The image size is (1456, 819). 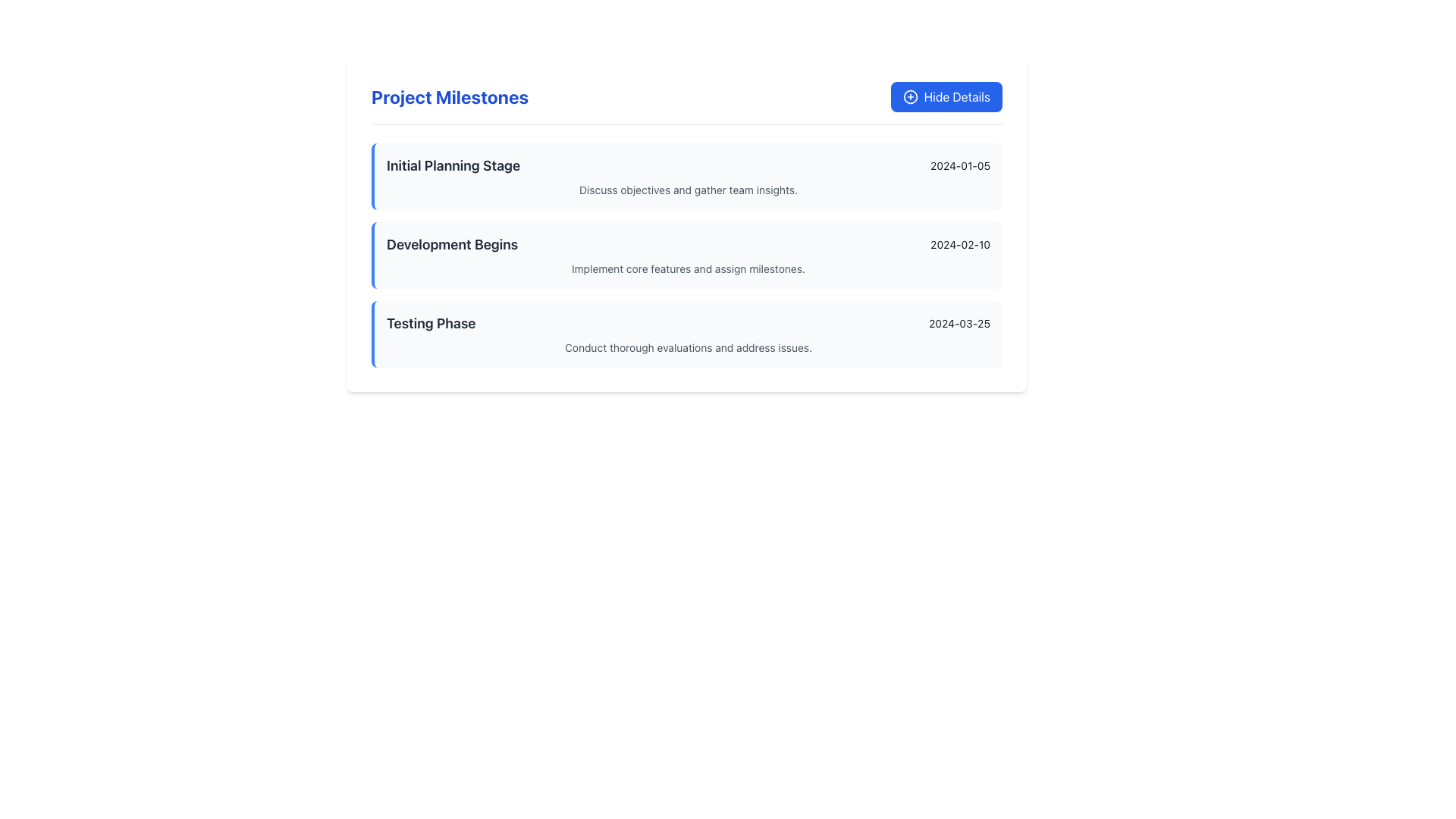 I want to click on the 'Hide Details' button with a blue background and a '+' icon, located to the right of the 'Project Milestones' heading, so click(x=946, y=96).